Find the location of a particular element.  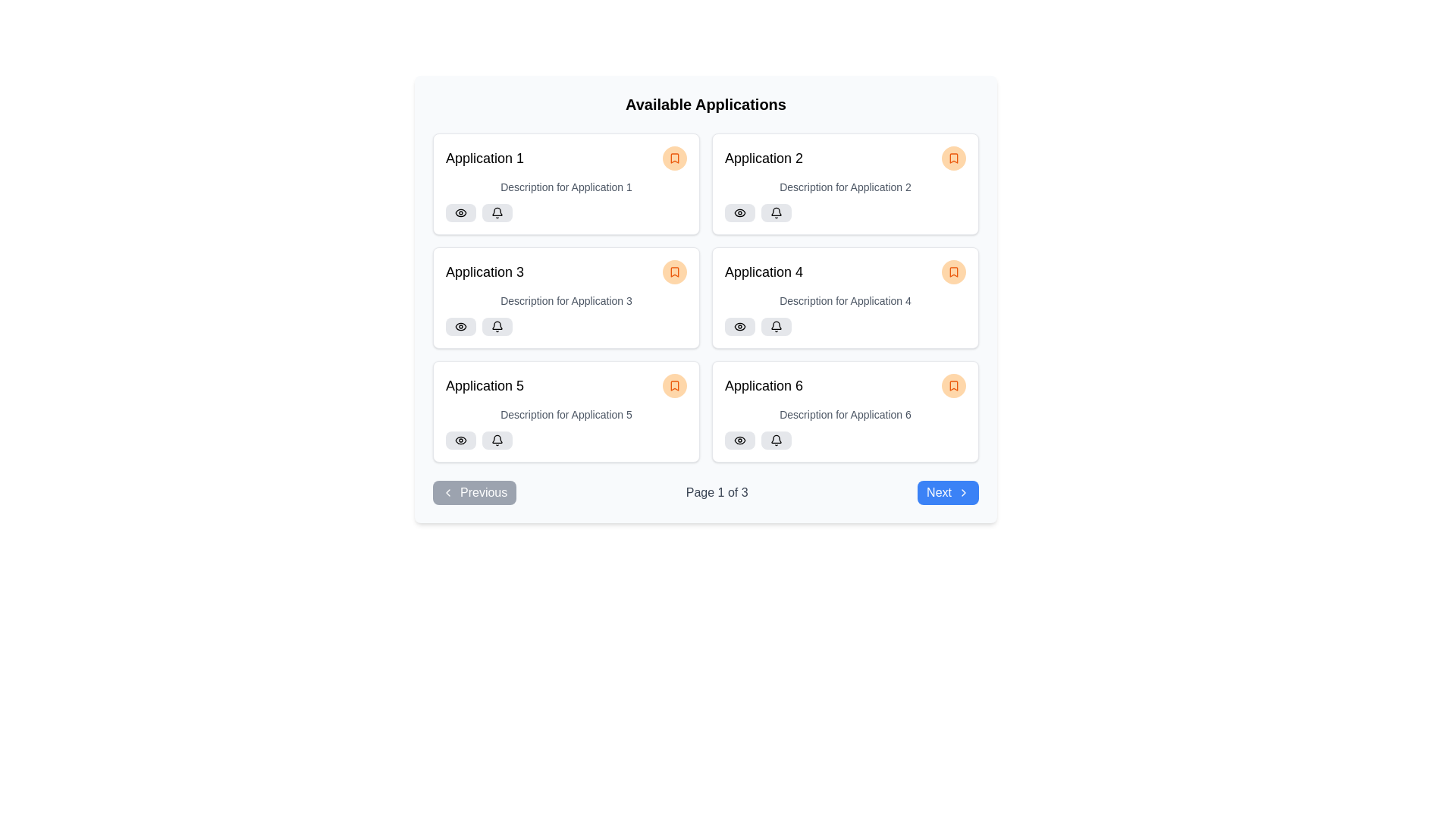

the visual indicator icon for 'Application 4', which is positioned to the left of the bell icon and directly under the application title and description is located at coordinates (739, 326).